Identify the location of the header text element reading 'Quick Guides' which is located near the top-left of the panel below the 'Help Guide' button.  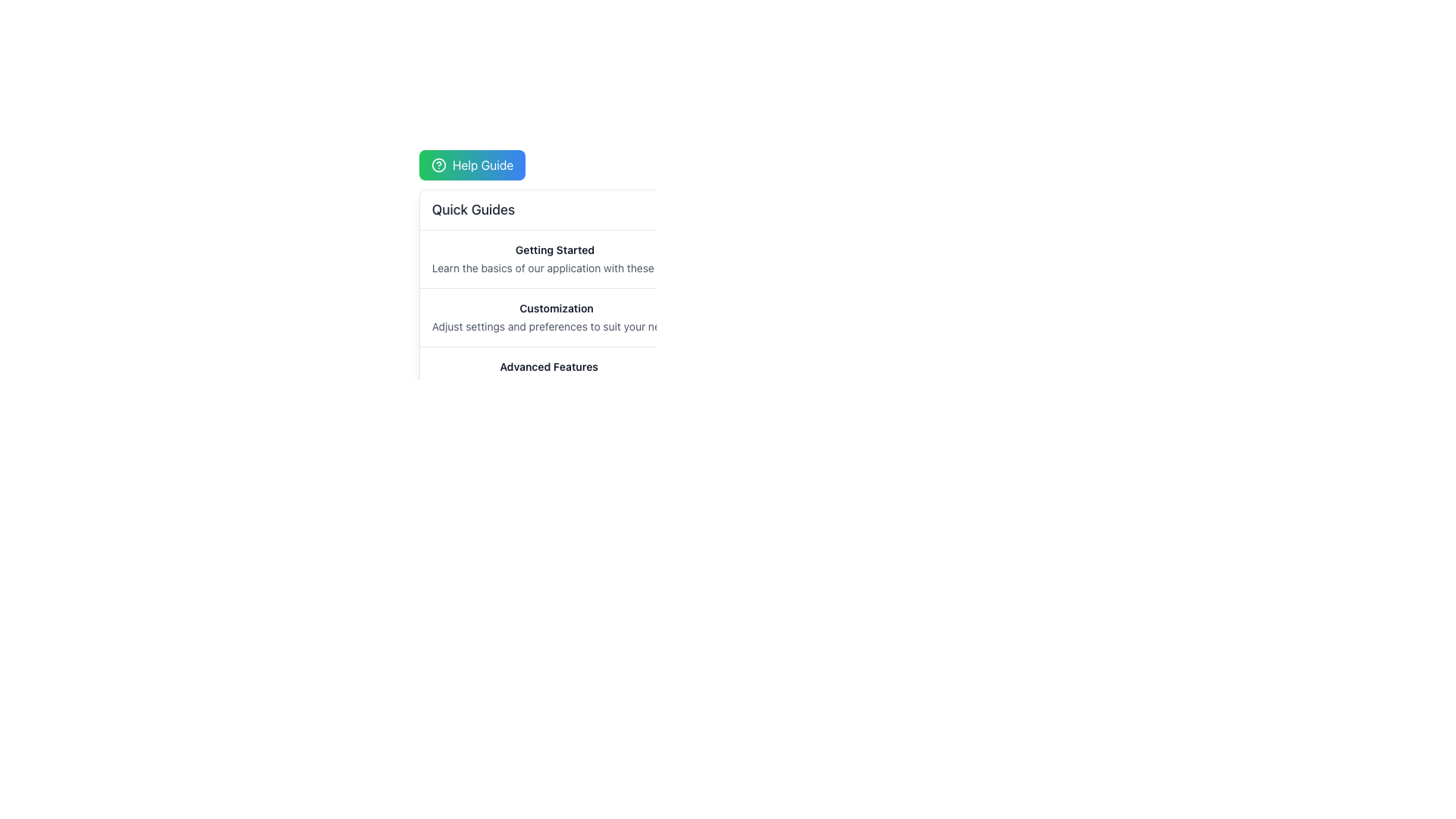
(472, 210).